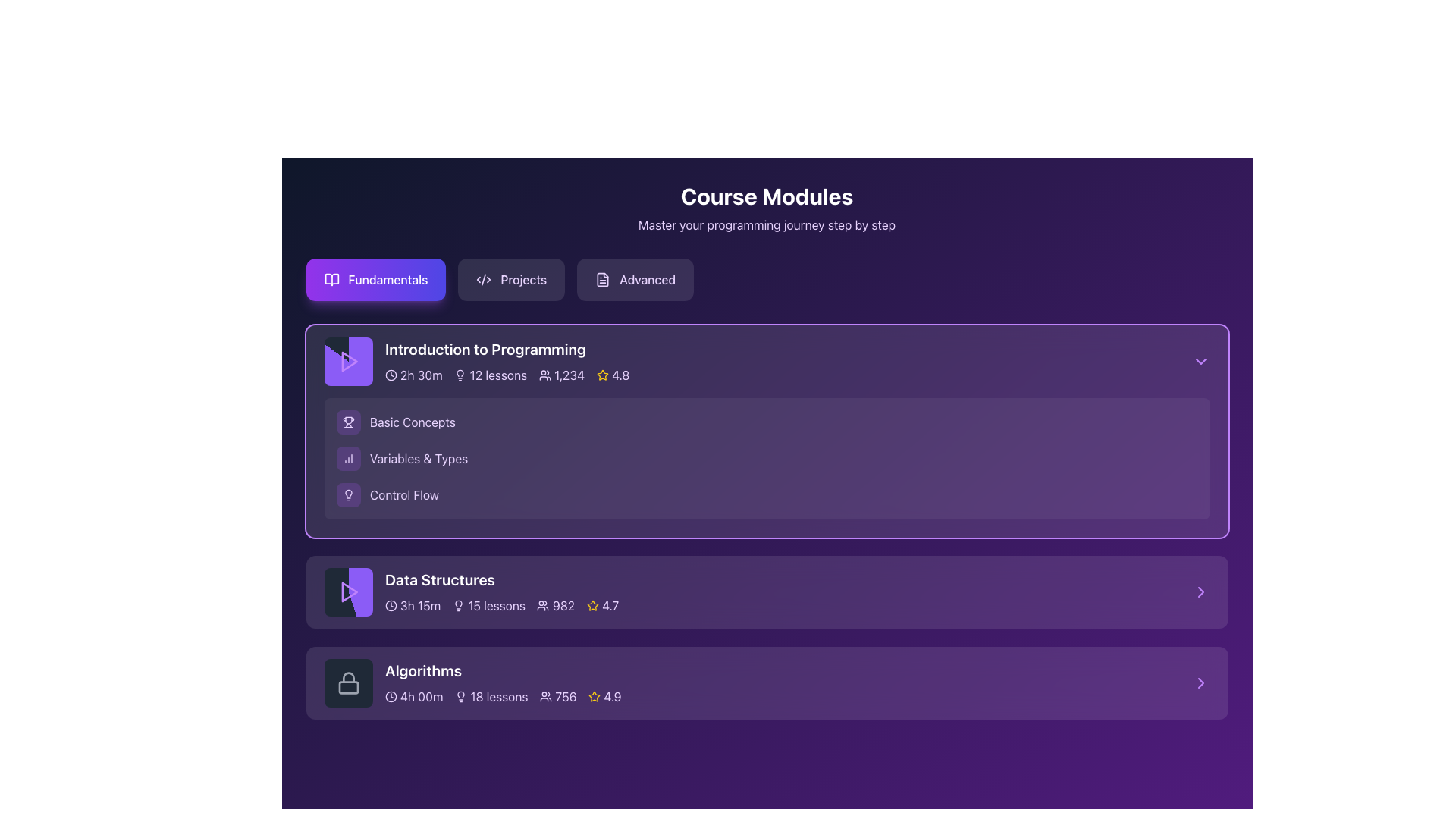 The height and width of the screenshot is (819, 1456). What do you see at coordinates (491, 696) in the screenshot?
I see `the label with icon that indicates the number of lessons available in the 'Algorithms' course, which is the second item in the horizontal list of course information` at bounding box center [491, 696].